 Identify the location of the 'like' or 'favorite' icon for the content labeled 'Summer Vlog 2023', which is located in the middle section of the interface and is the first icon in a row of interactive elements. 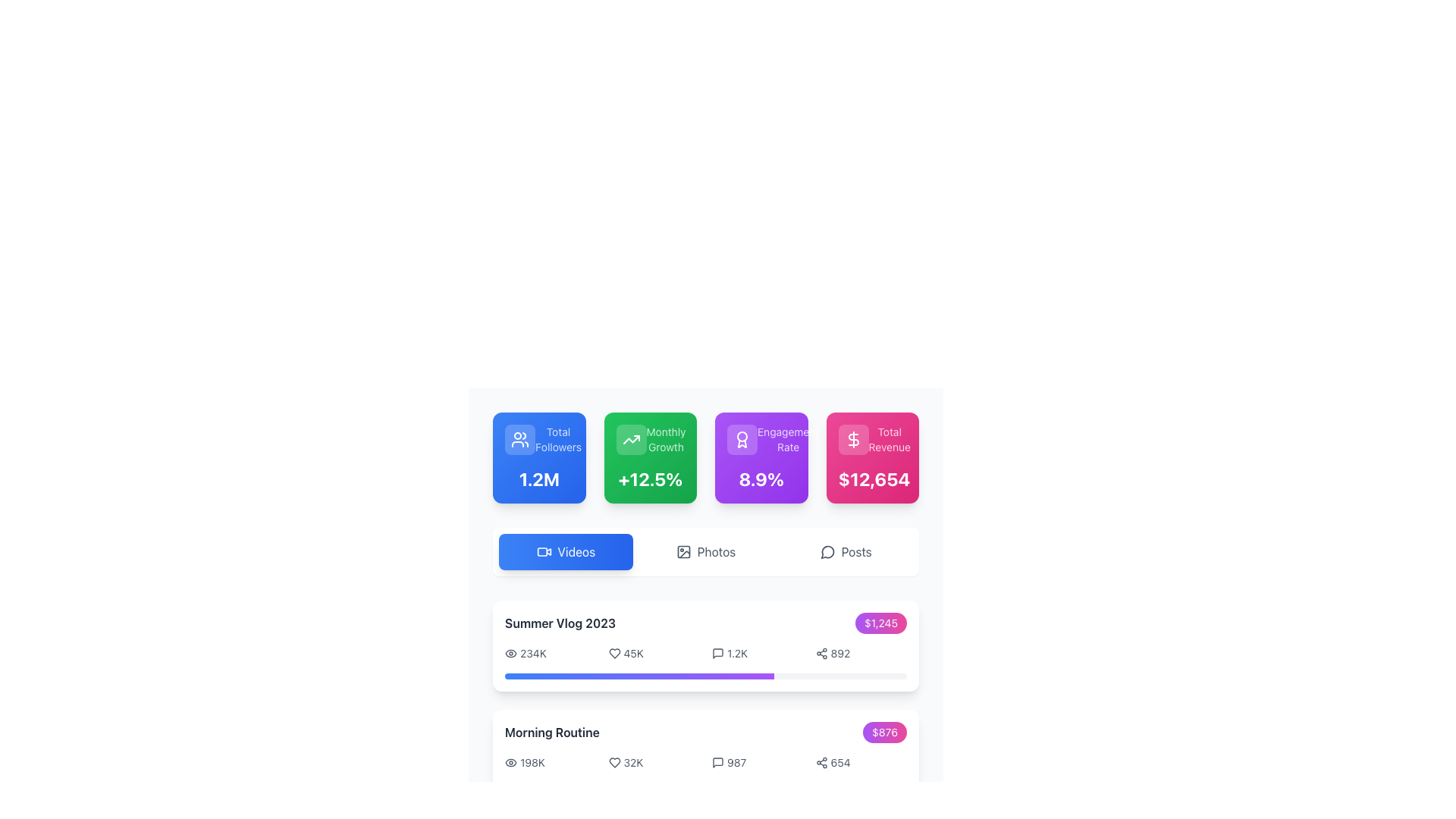
(614, 652).